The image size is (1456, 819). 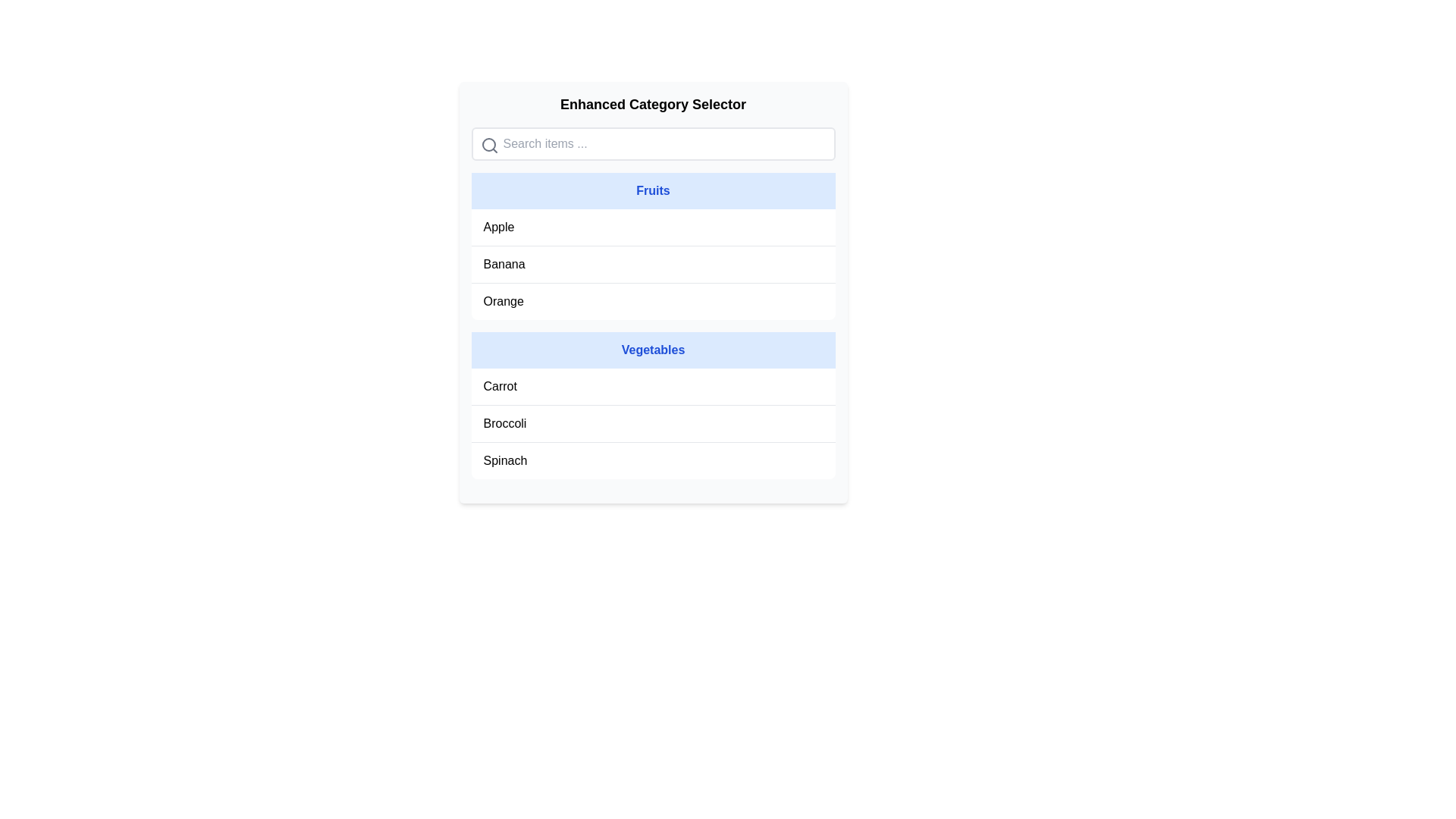 I want to click on the text label indicating the option 'Orange' in the Fruits list, which is positioned as the third item beneath 'Banana', so click(x=504, y=301).